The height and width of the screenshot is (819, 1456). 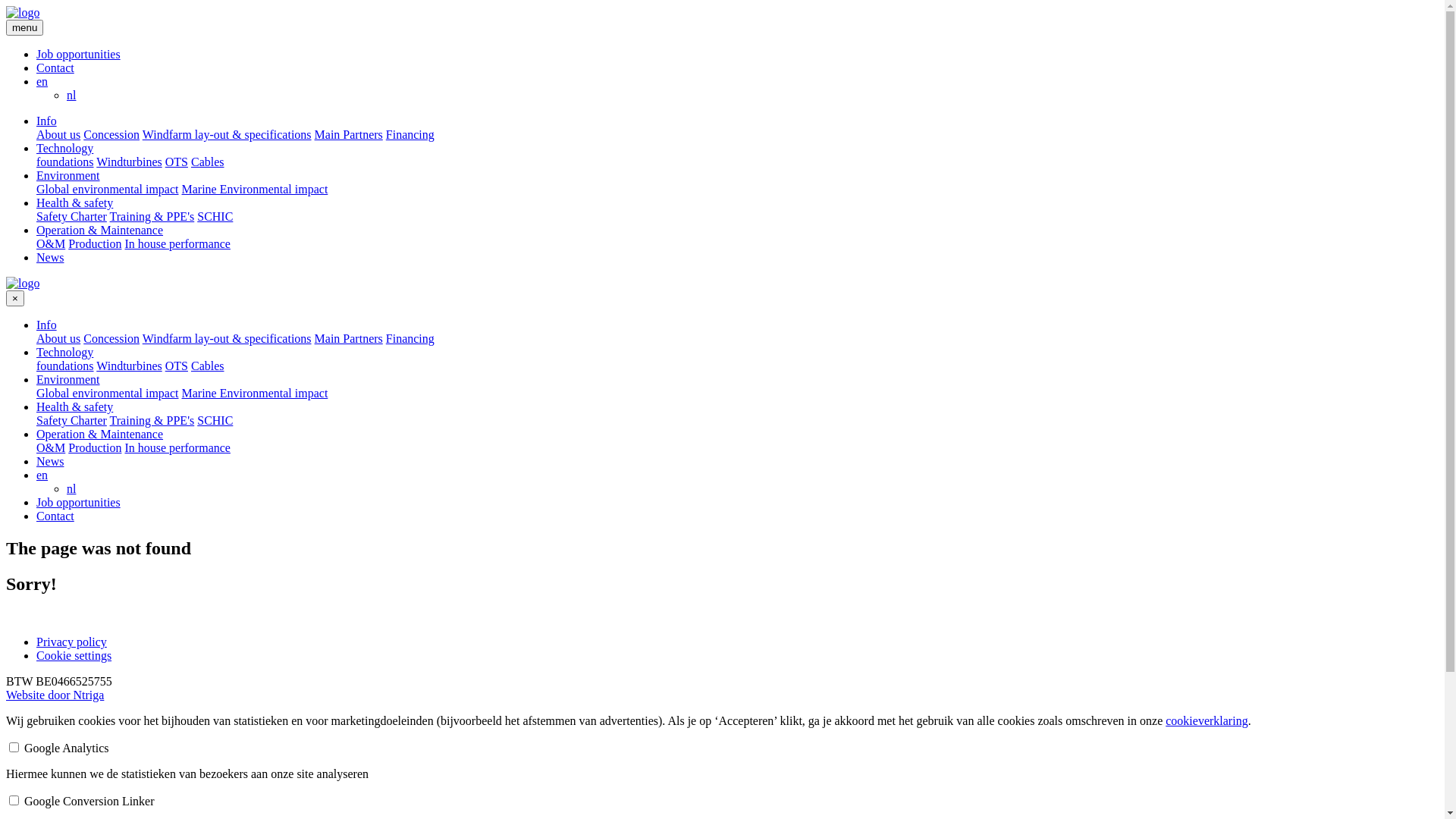 I want to click on 'Production', so click(x=93, y=447).